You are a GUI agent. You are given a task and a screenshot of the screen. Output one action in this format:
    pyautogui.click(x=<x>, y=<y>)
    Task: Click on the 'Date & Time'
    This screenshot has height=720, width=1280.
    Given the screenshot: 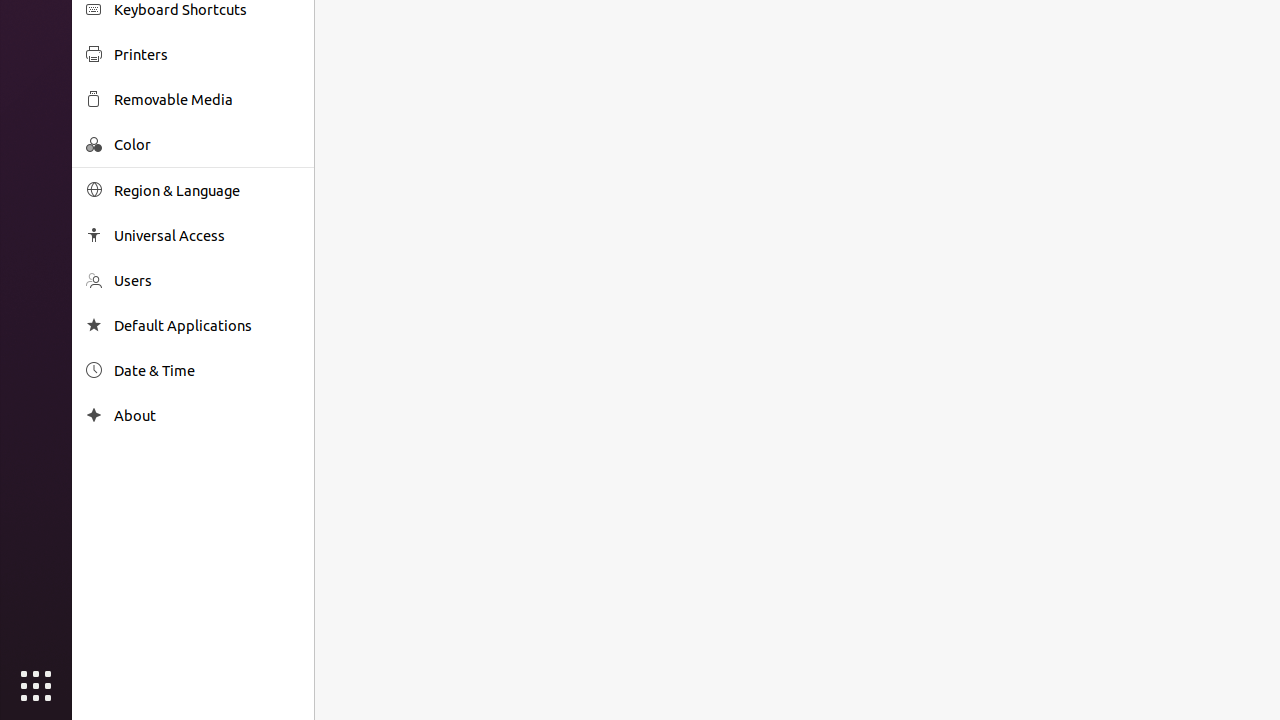 What is the action you would take?
    pyautogui.click(x=206, y=370)
    